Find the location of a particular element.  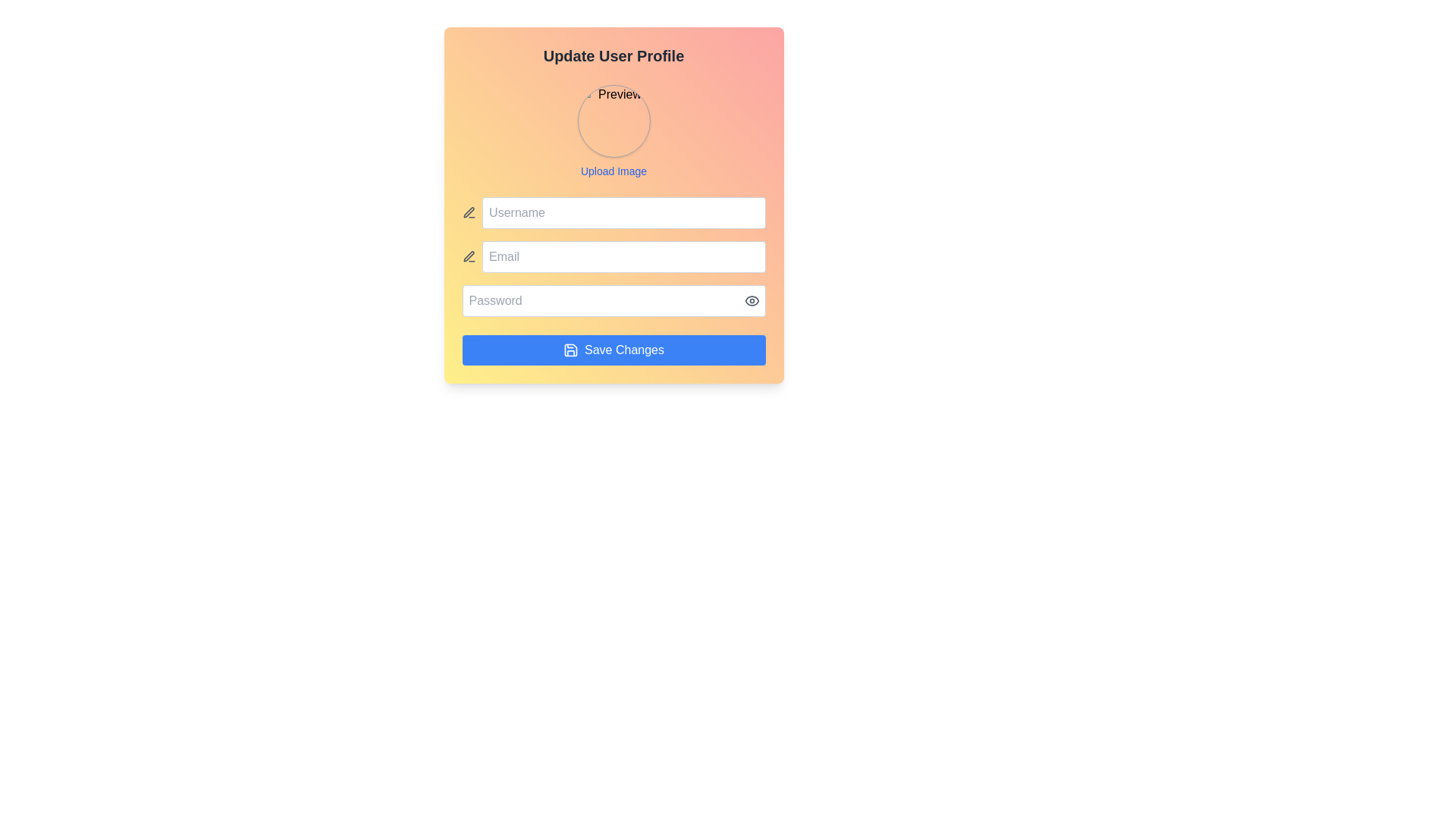

the 'Upload Image' link located below the circular image placeholder labeled 'Preview' to initiate the upload process is located at coordinates (613, 171).